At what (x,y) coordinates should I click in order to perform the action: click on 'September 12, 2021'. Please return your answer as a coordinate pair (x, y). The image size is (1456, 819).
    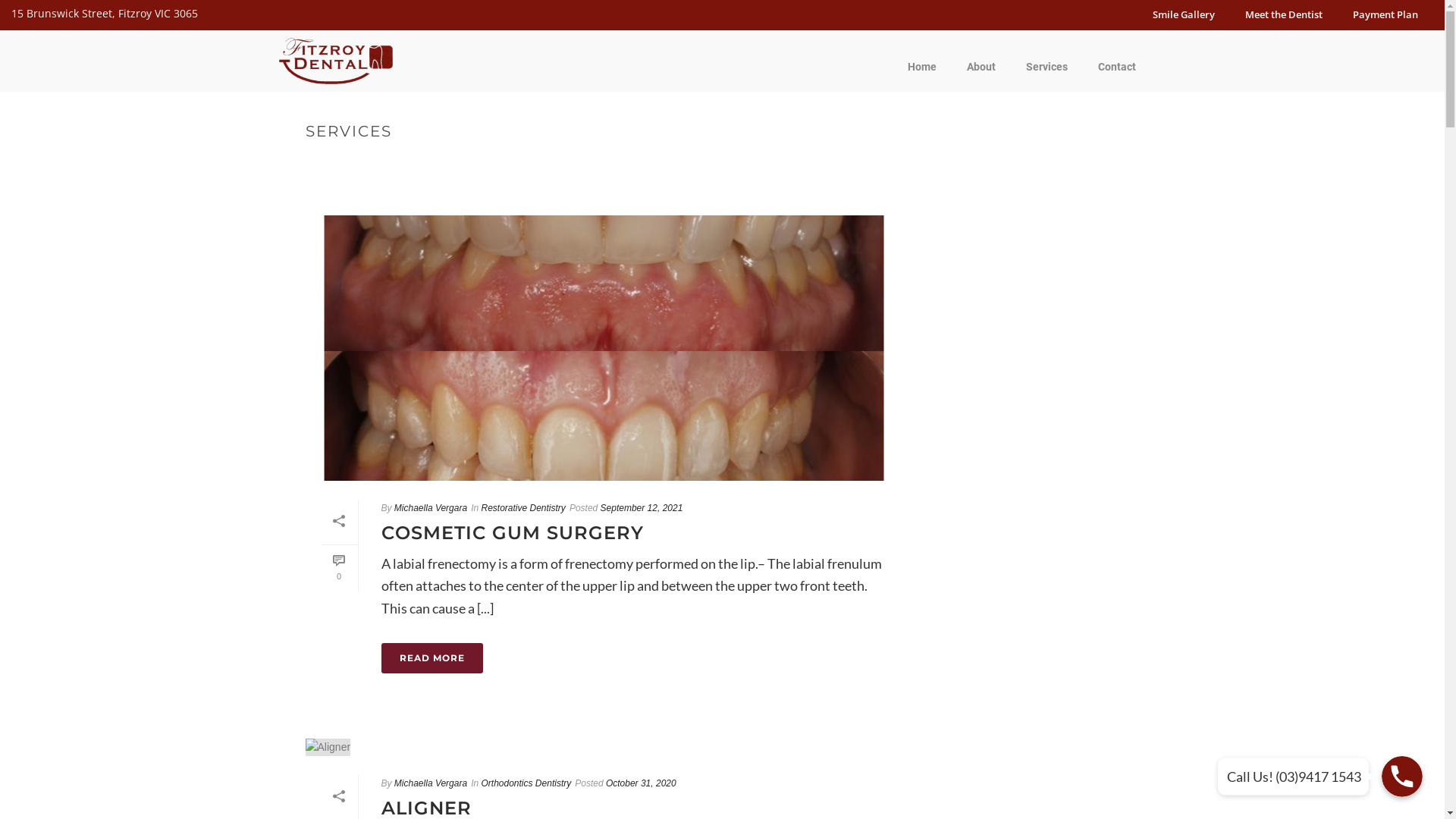
    Looking at the image, I should click on (642, 508).